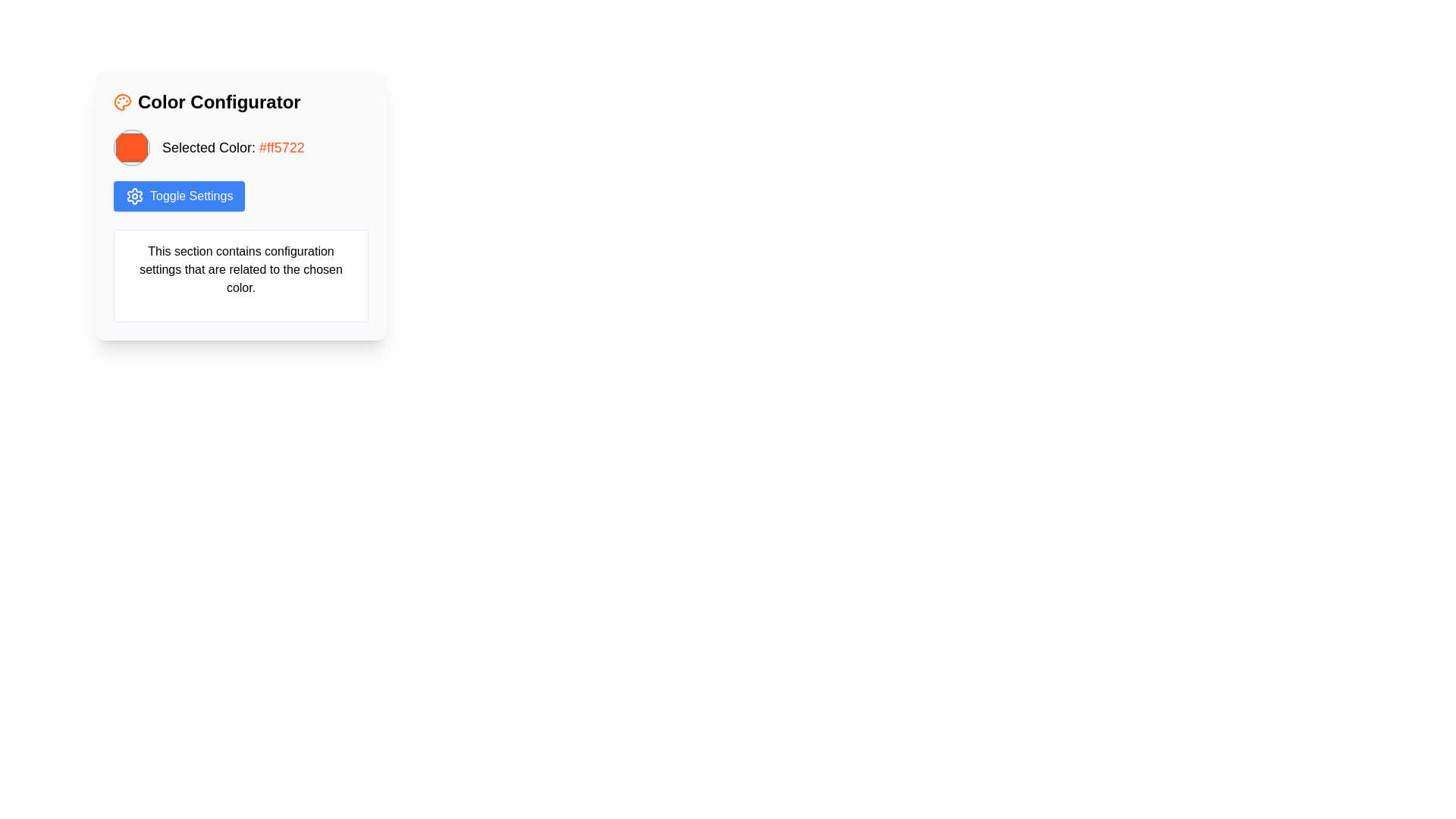 The width and height of the screenshot is (1456, 819). Describe the element at coordinates (131, 148) in the screenshot. I see `the circular orange Color Picker Swatch located in the top-left section of the 'Color Configurator' box` at that location.